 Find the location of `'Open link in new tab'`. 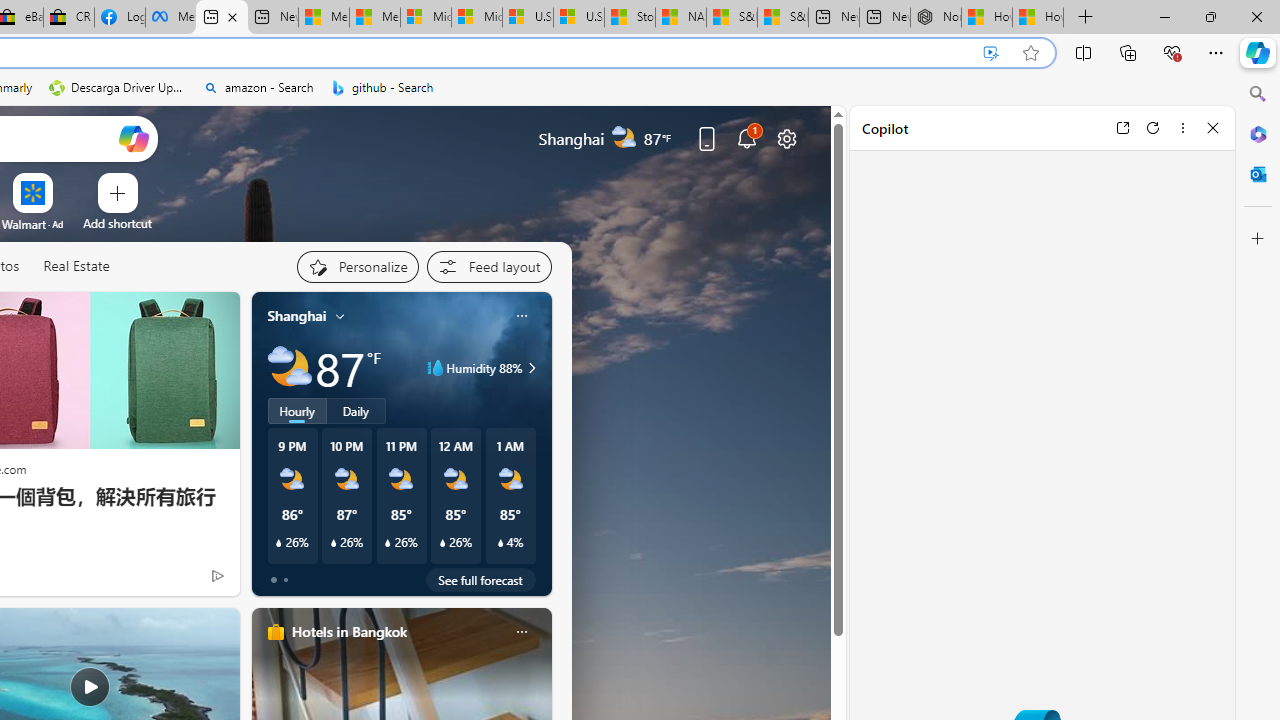

'Open link in new tab' is located at coordinates (1122, 127).